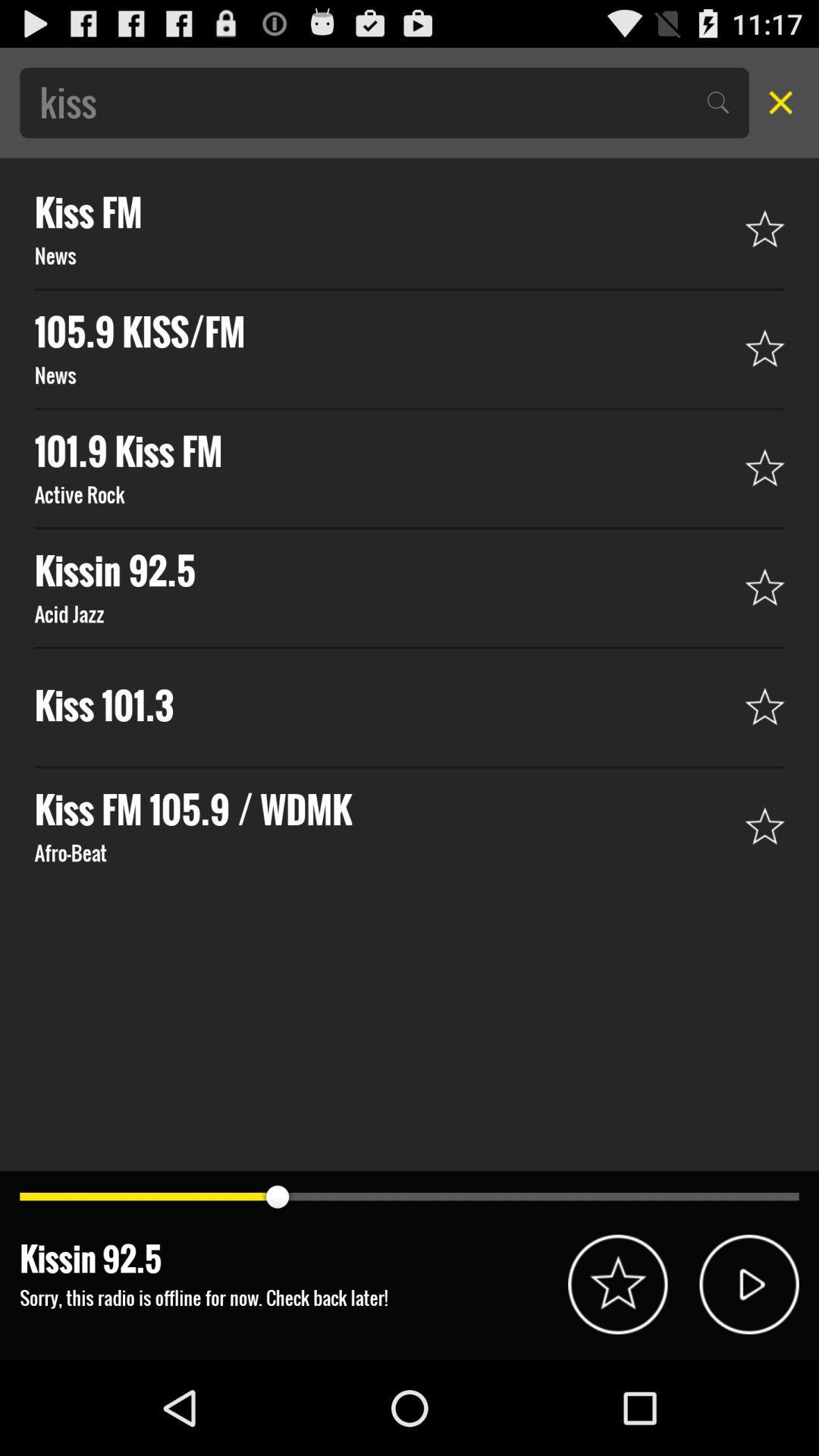  Describe the element at coordinates (776, 102) in the screenshot. I see `close` at that location.